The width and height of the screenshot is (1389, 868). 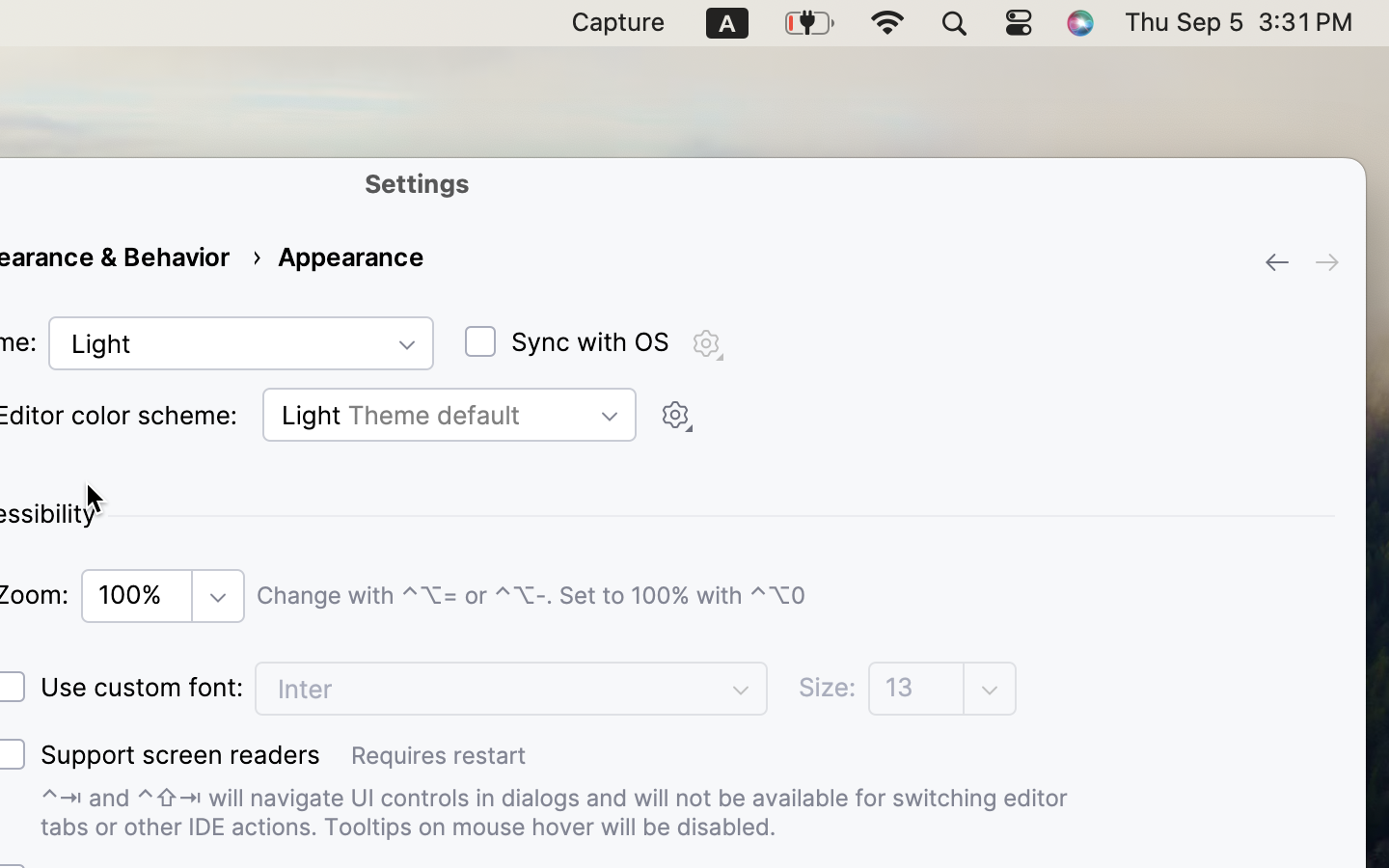 What do you see at coordinates (138, 595) in the screenshot?
I see `'100%'` at bounding box center [138, 595].